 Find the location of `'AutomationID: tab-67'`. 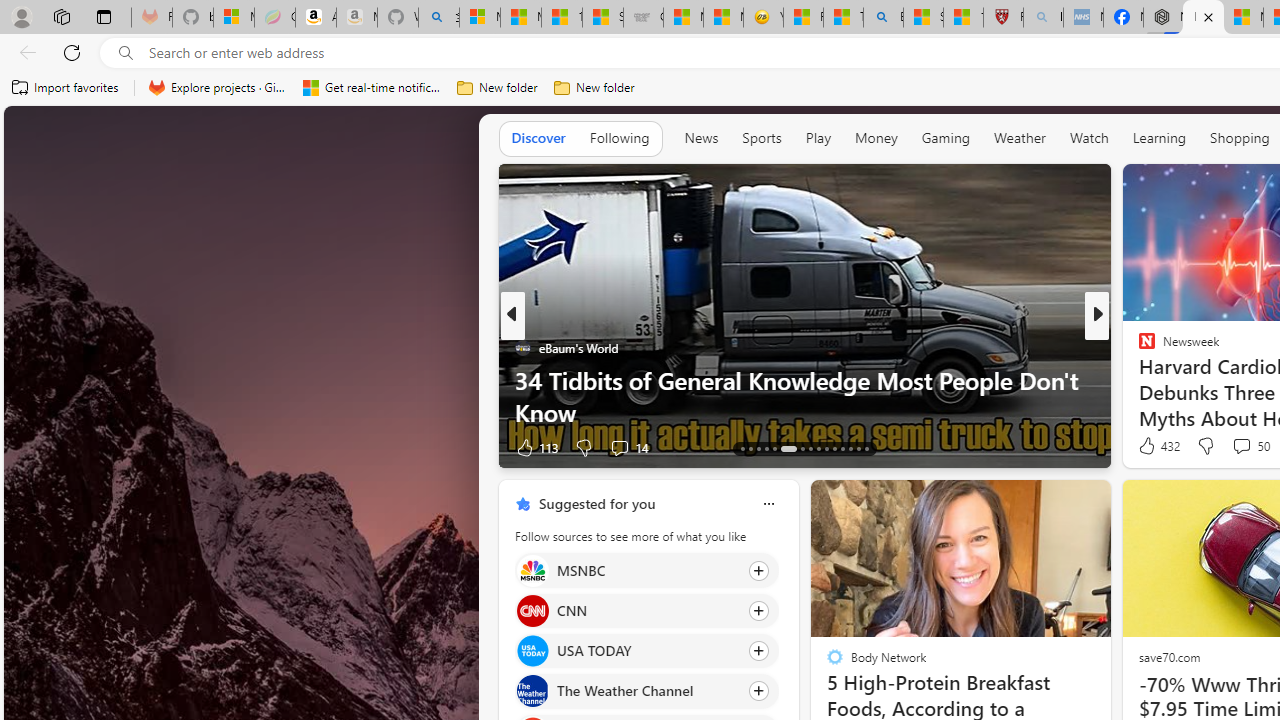

'AutomationID: tab-67' is located at coordinates (749, 447).